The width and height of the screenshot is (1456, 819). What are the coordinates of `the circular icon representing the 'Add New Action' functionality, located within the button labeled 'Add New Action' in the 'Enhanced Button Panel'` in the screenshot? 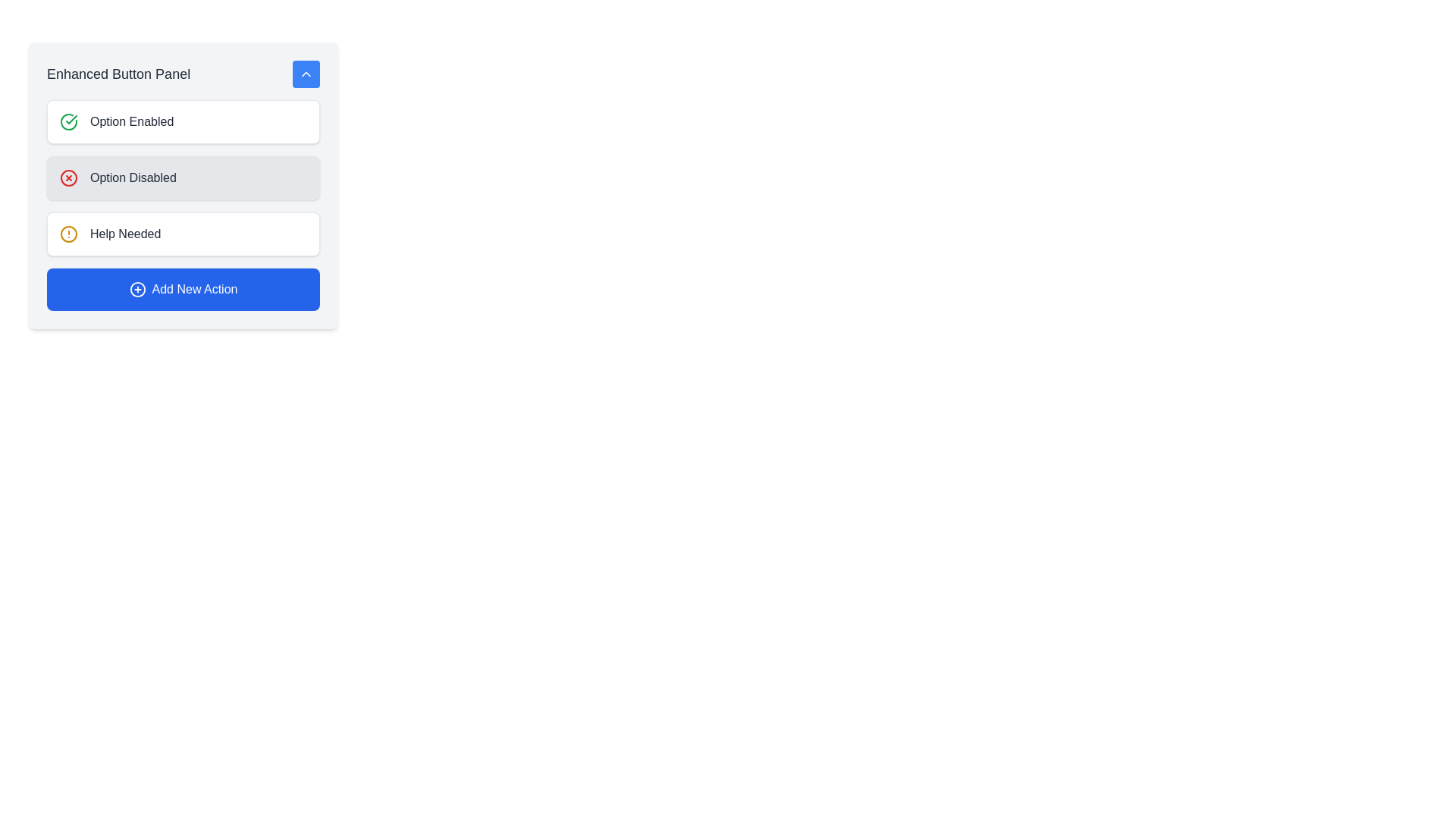 It's located at (137, 289).